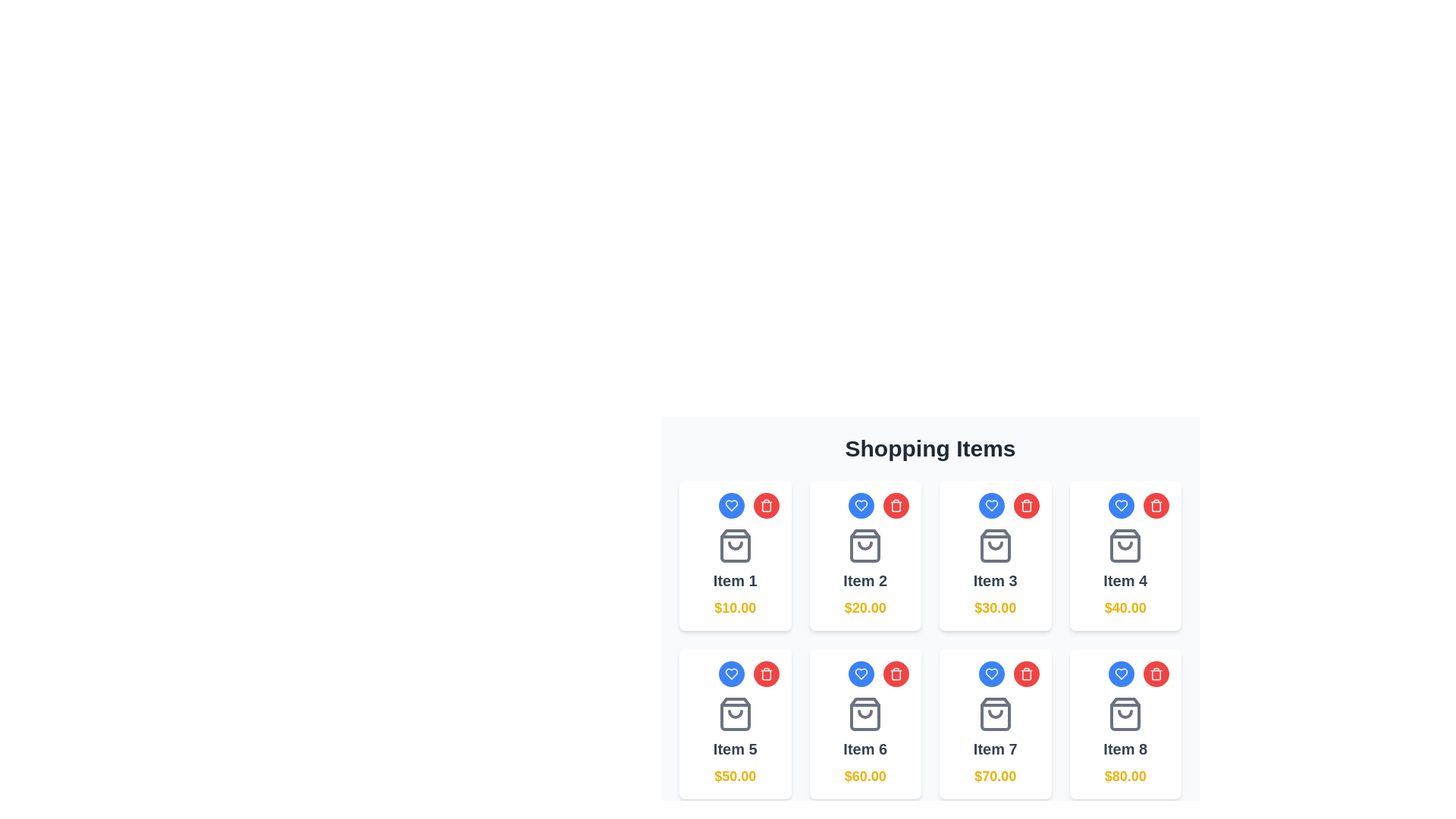 The width and height of the screenshot is (1456, 819). Describe the element at coordinates (1125, 714) in the screenshot. I see `the shopping bag icon located in the eighth shopping item card, which is visually represented as a gray icon with a handle, centrally positioned under 'Item 8' and above the price '$80.00'` at that location.